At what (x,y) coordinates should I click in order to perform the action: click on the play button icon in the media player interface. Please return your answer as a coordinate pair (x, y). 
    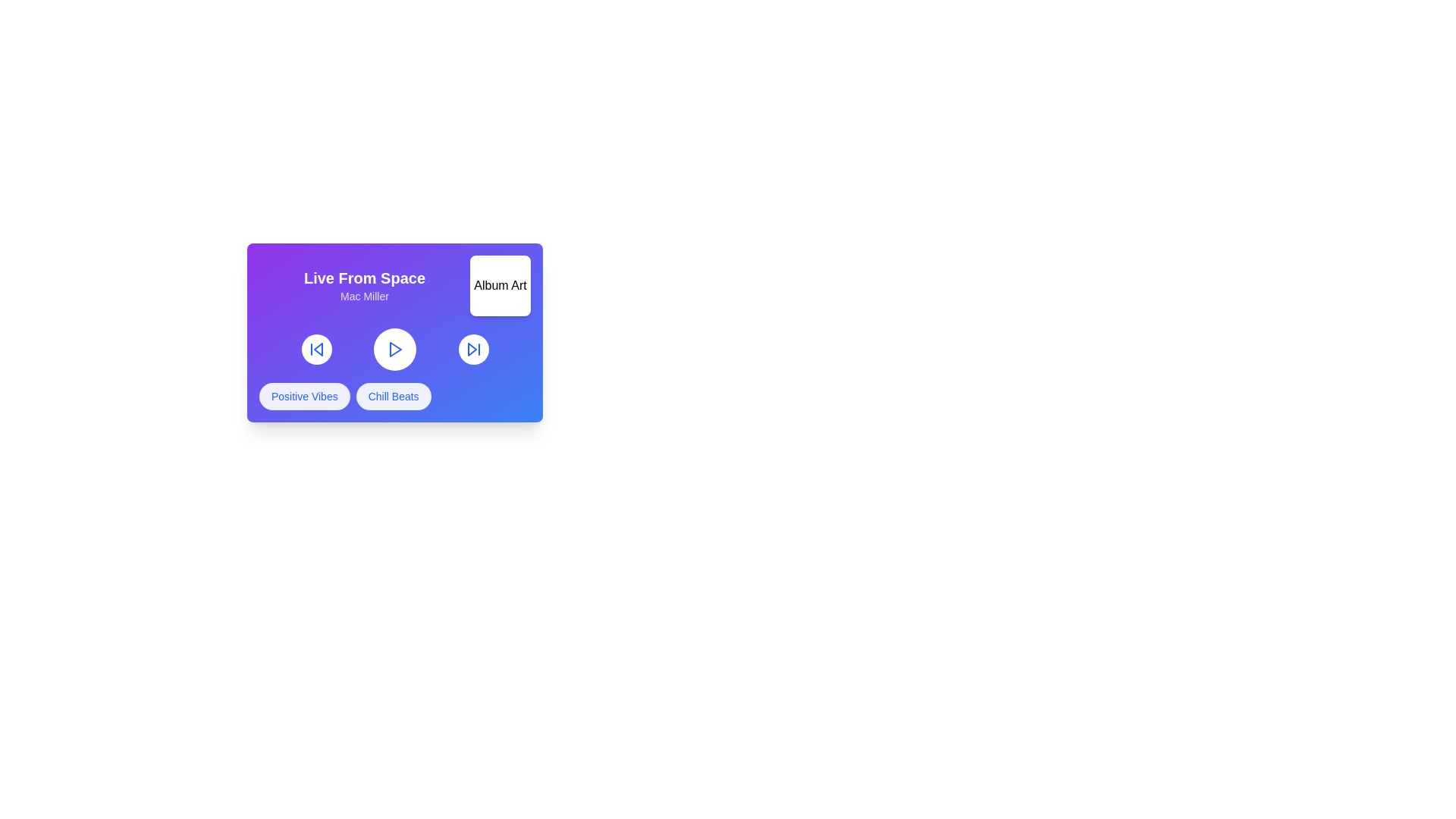
    Looking at the image, I should click on (395, 350).